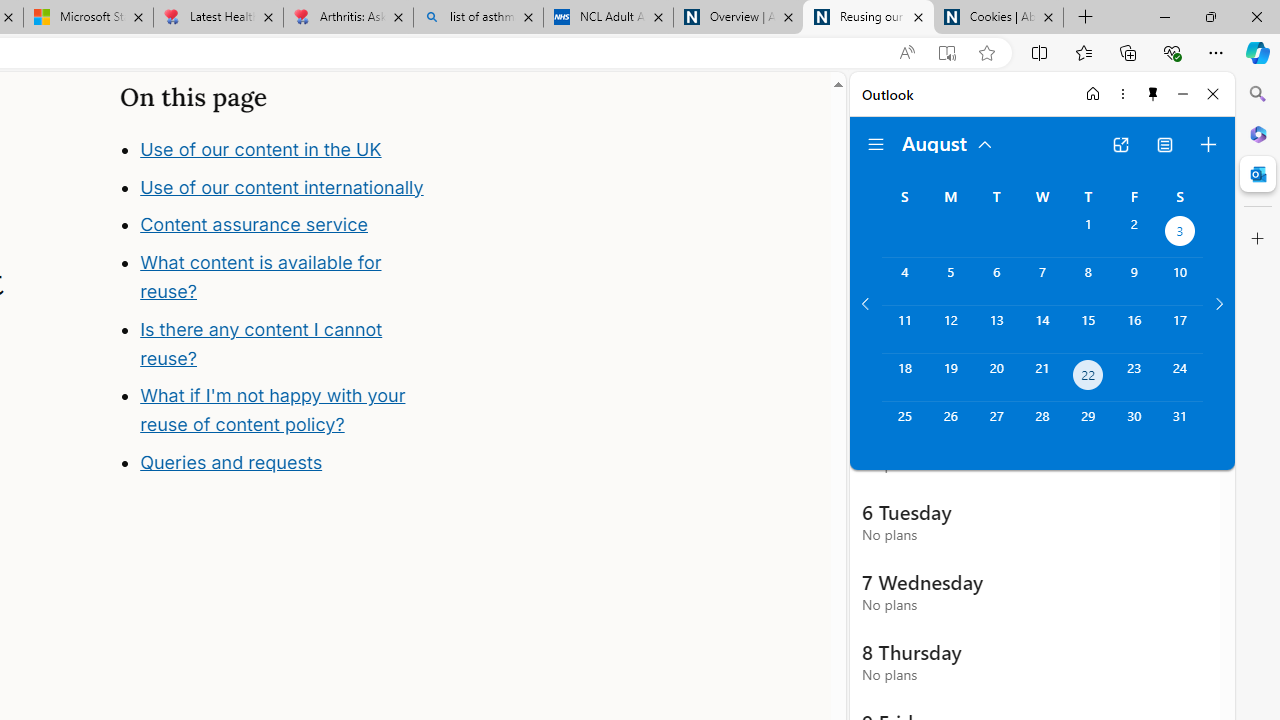  I want to click on 'Is there any content I cannot reuse?', so click(260, 342).